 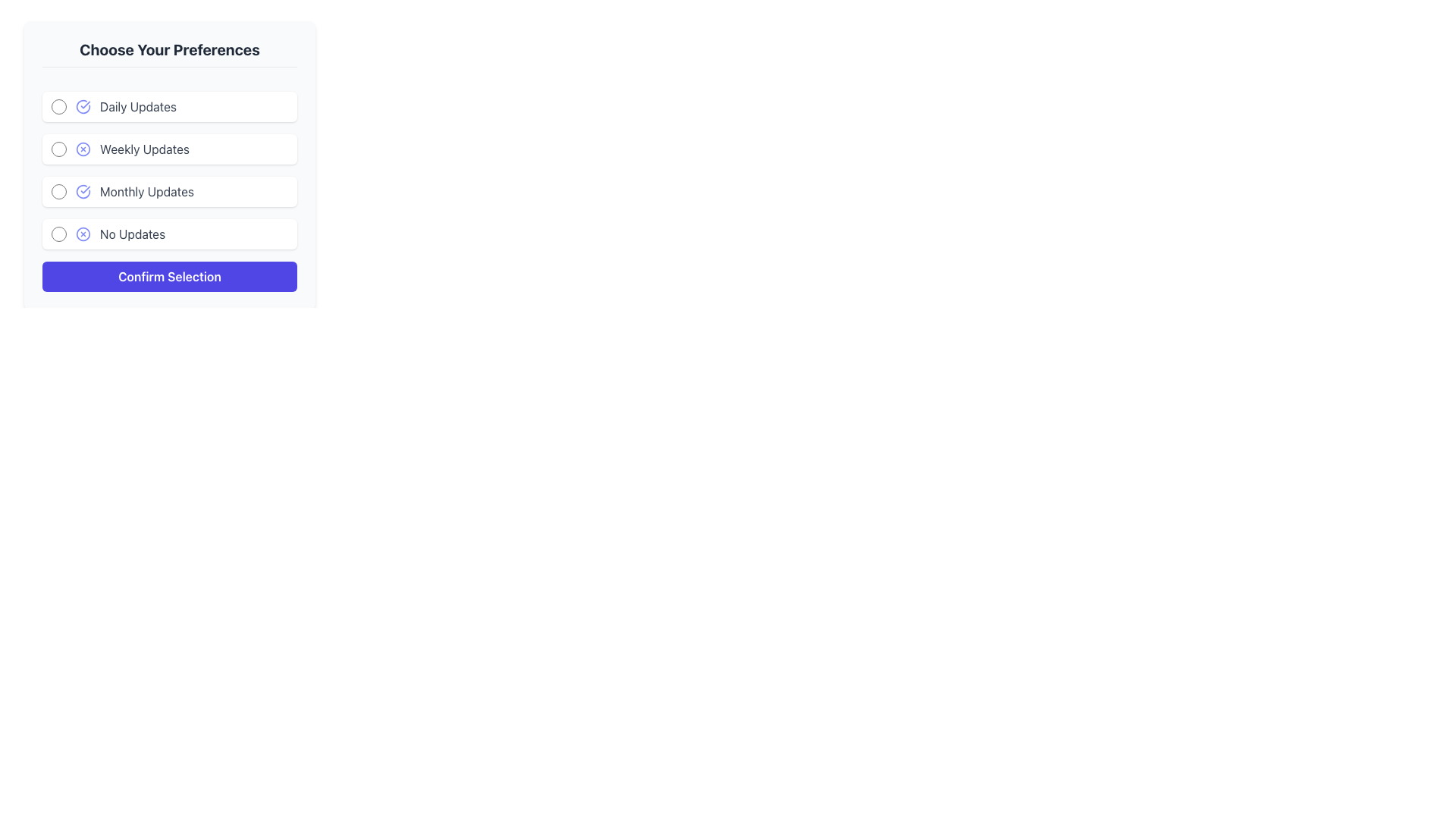 I want to click on the upper segment of the circular SVG icon located to the left of the text 'Monthly Updates'. This segment is a curved arc part of a larger circular outline, represented in a simple vector style, so click(x=83, y=191).